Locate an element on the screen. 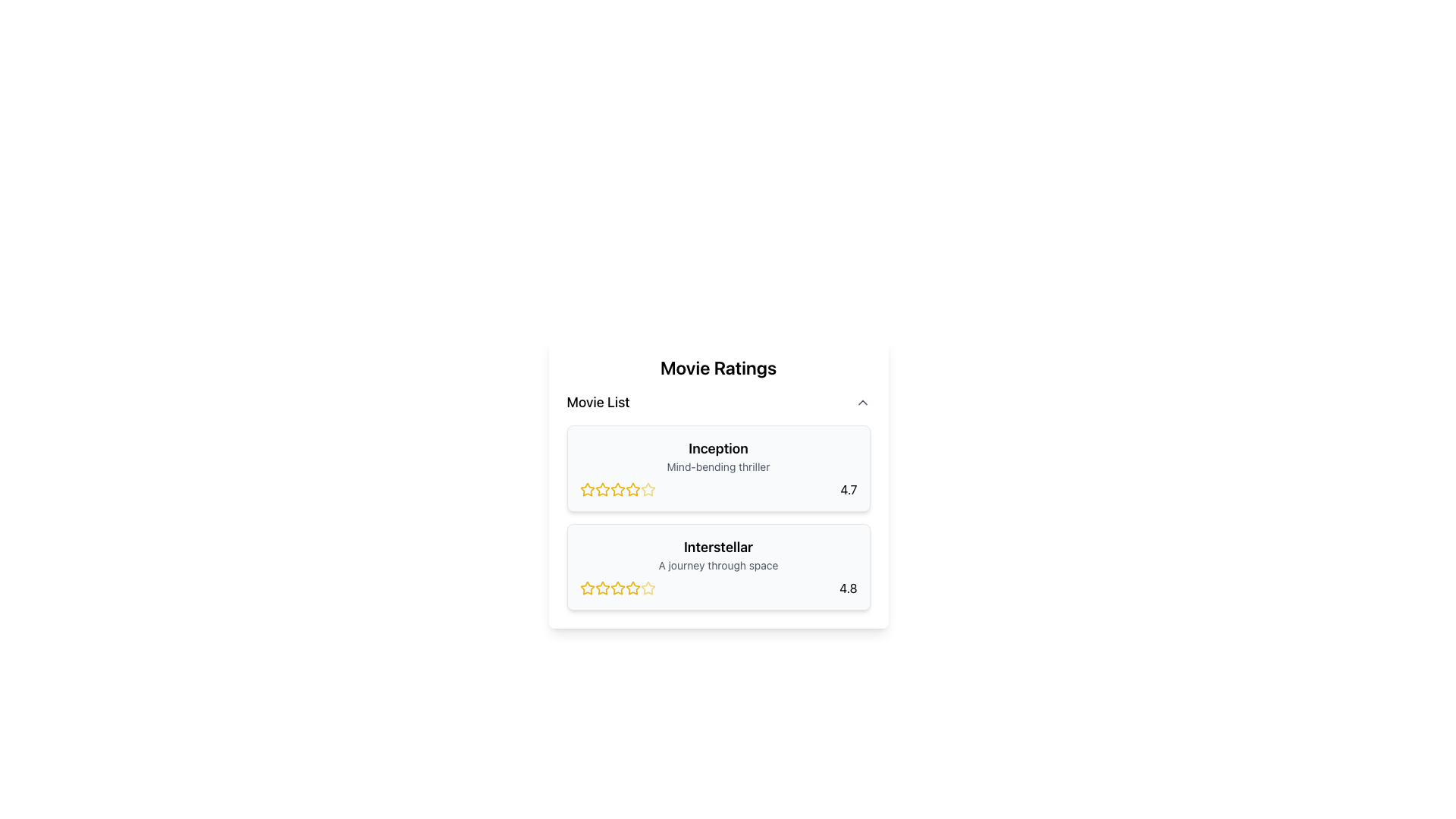 The image size is (1456, 819). the fifth rating star for the movie 'Interstellar', which is located just below the title and description, in a series of six stars is located at coordinates (617, 587).